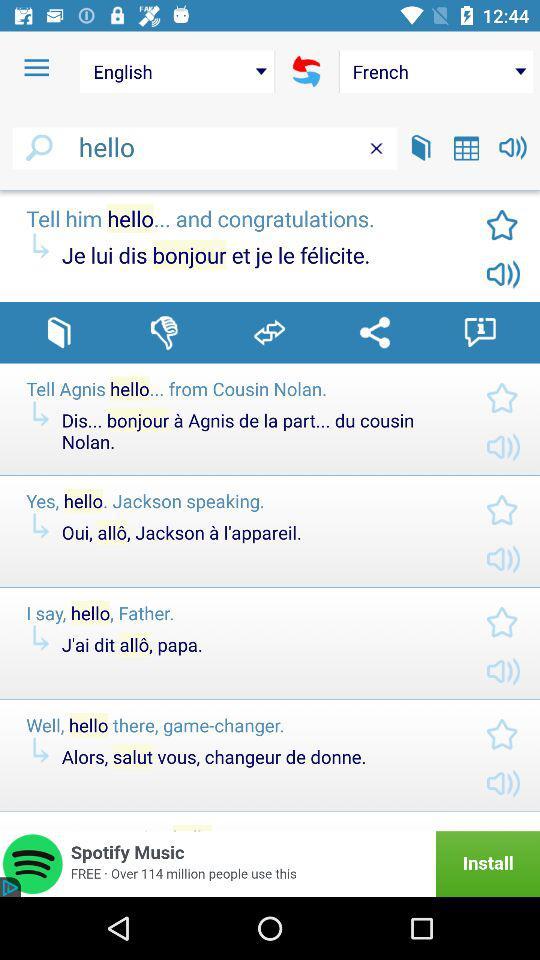  Describe the element at coordinates (479, 332) in the screenshot. I see `get information` at that location.